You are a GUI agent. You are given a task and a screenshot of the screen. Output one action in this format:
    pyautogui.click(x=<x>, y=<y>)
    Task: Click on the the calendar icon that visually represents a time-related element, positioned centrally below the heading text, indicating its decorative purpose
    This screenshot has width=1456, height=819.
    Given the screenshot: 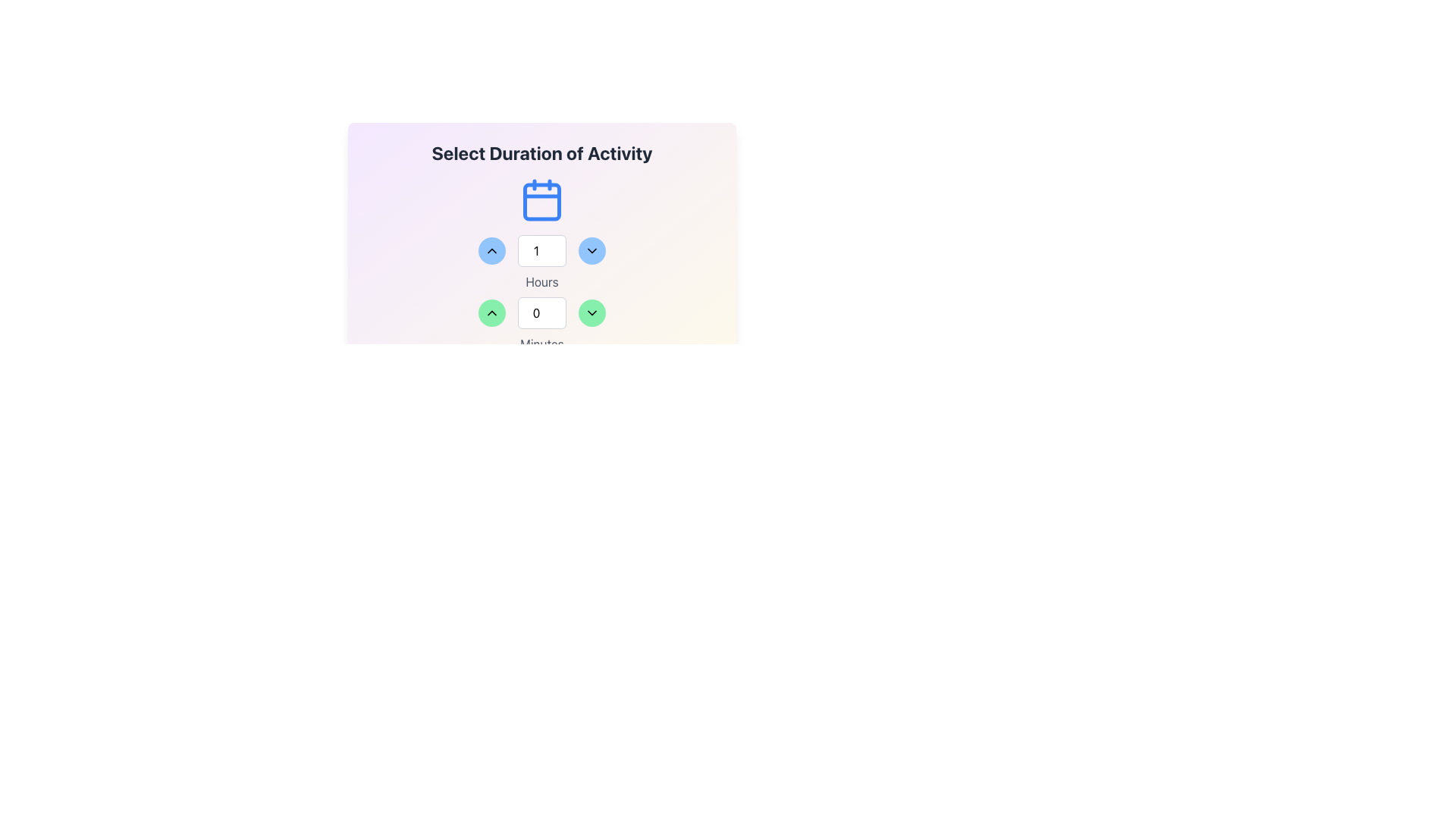 What is the action you would take?
    pyautogui.click(x=542, y=201)
    